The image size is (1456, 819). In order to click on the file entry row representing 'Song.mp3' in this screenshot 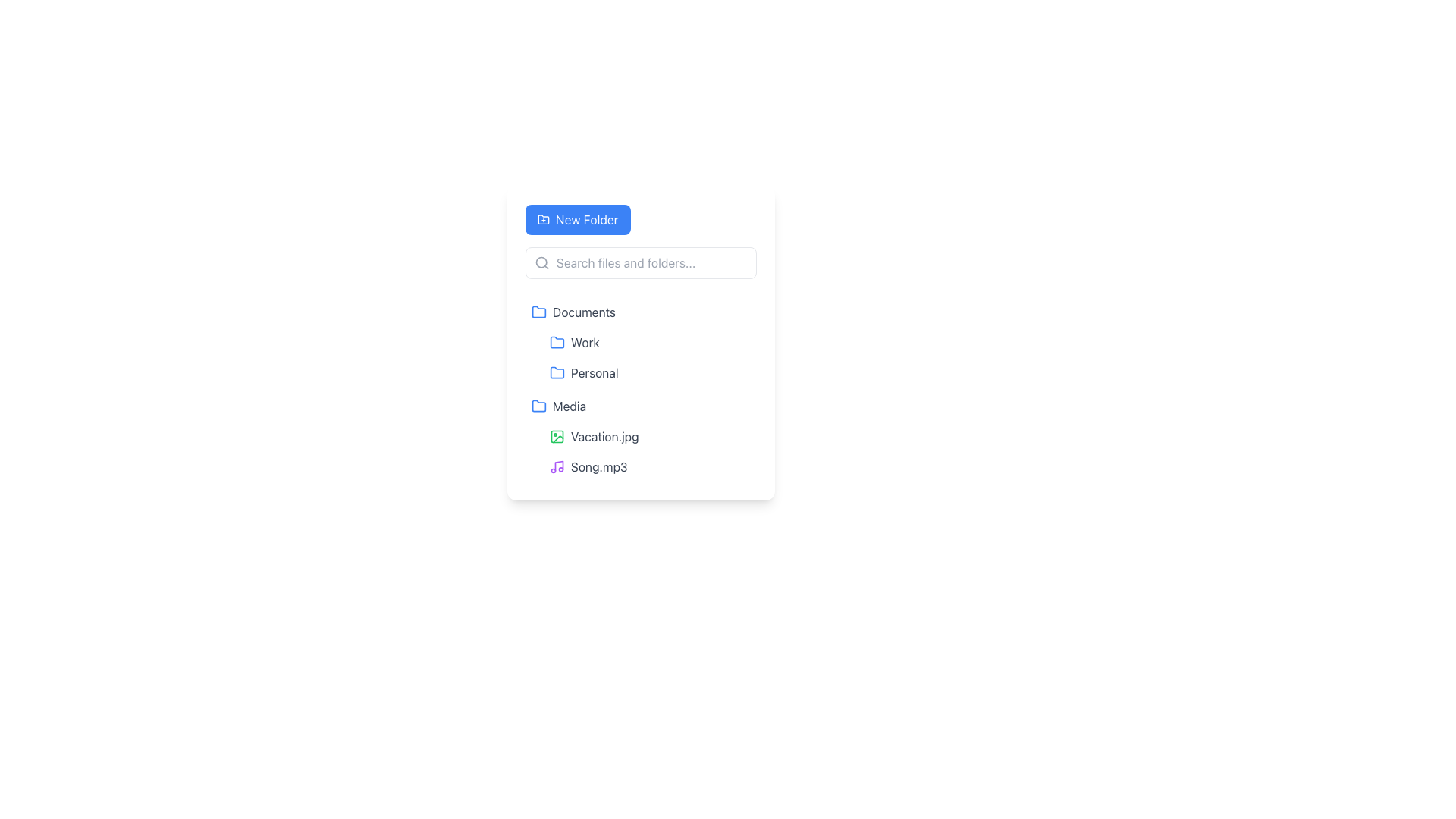, I will do `click(650, 466)`.